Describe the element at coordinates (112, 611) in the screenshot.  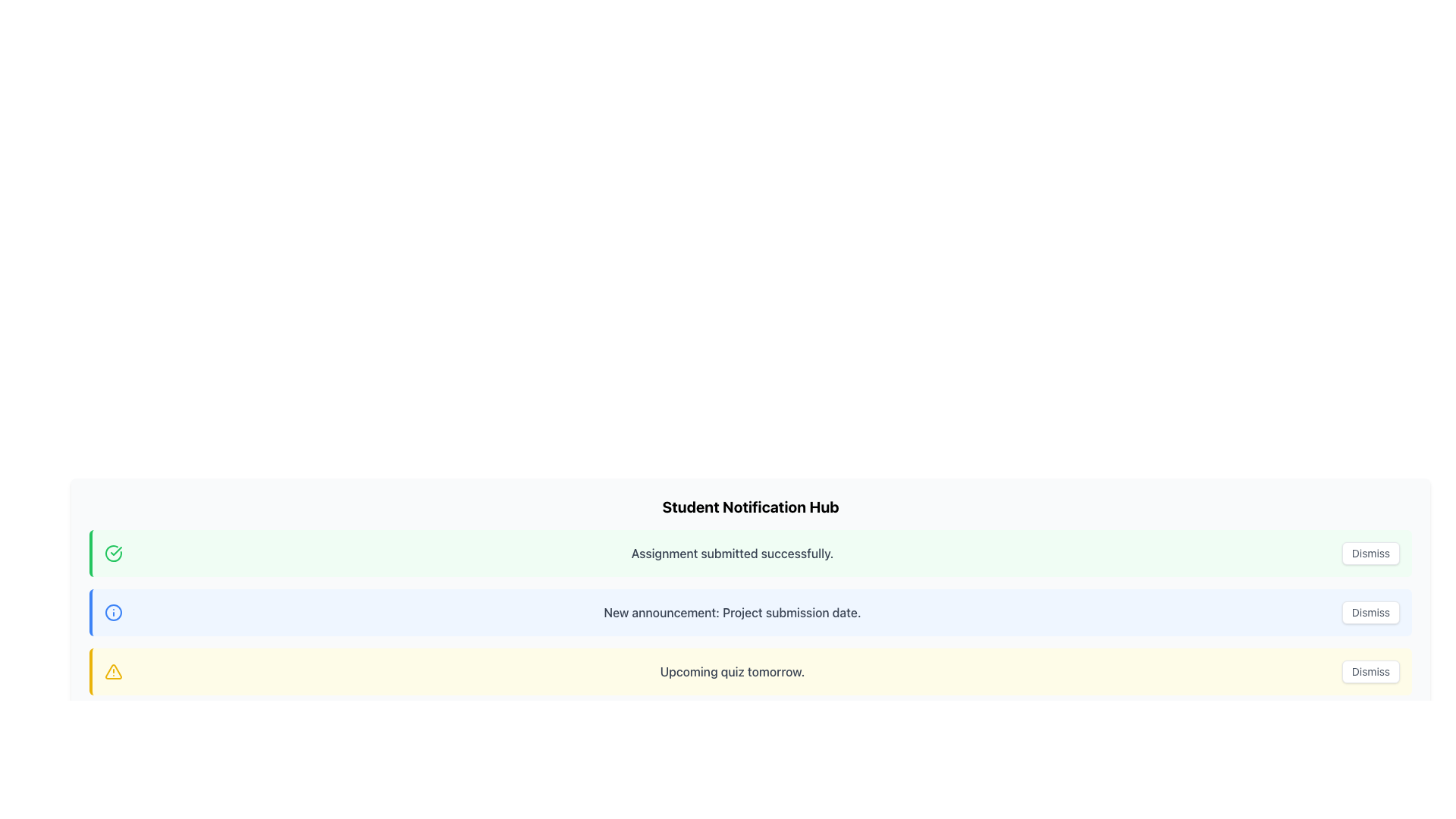
I see `the blue stroke circular outline SVG Circle located in the second notification panel from the top` at that location.